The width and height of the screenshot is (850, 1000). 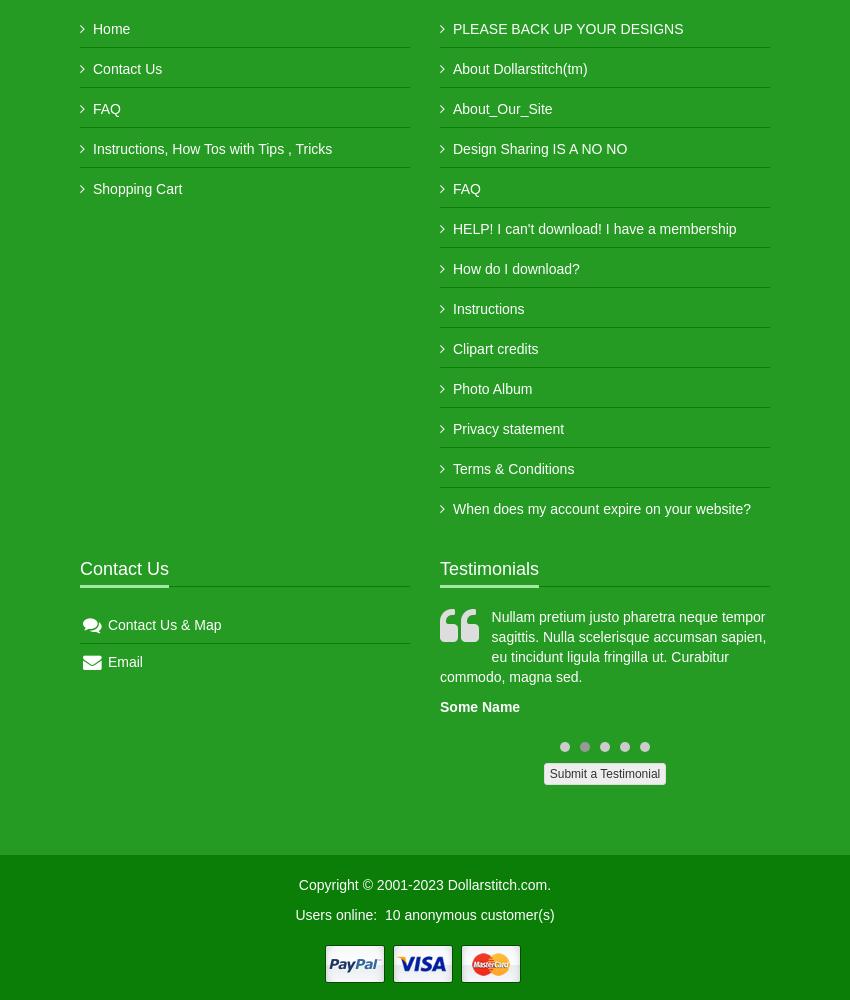 I want to click on 'About Dollarstitch(tm)', so click(x=451, y=68).